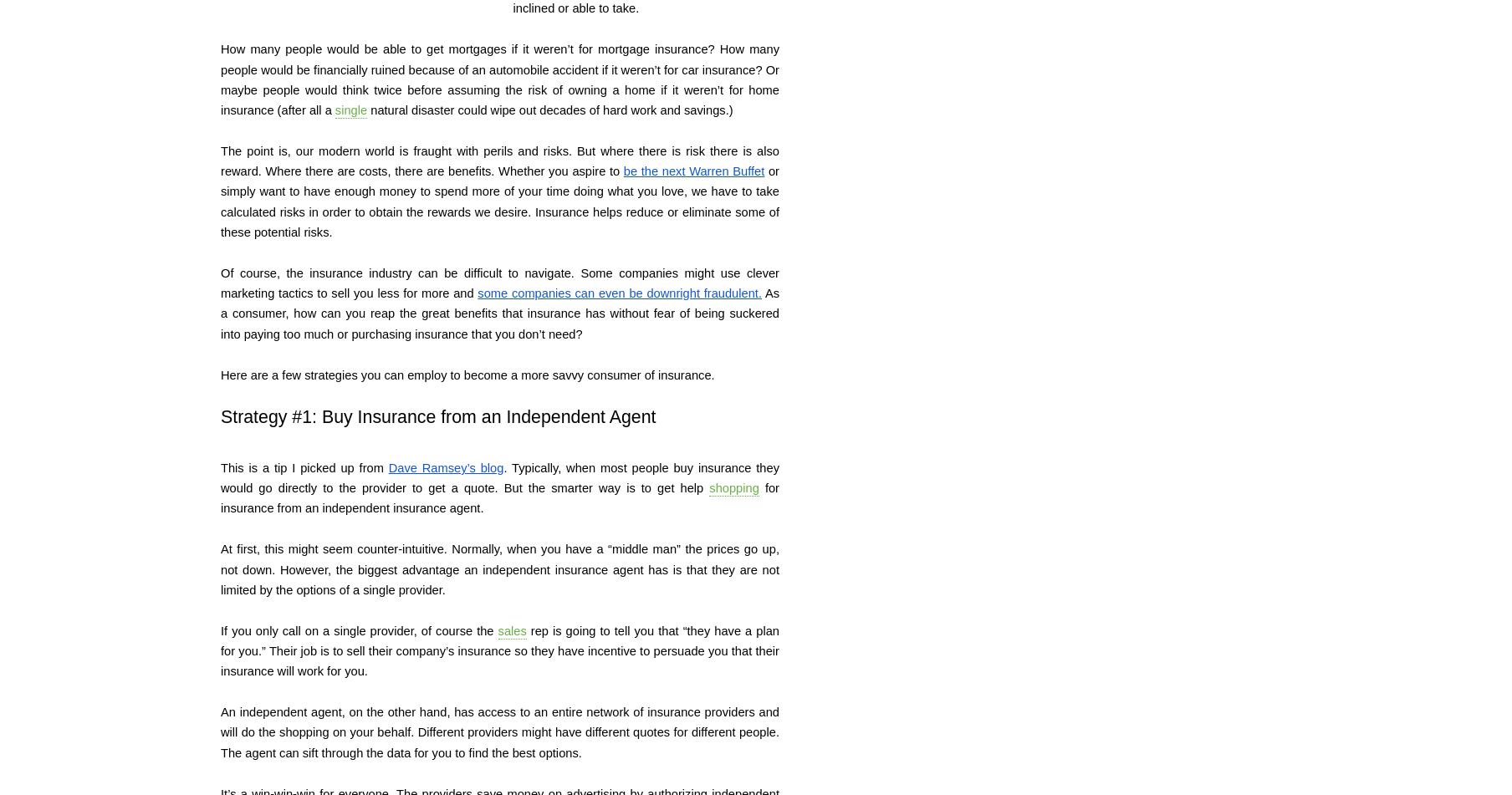 The image size is (1512, 795). What do you see at coordinates (219, 629) in the screenshot?
I see `'If you only call on a'` at bounding box center [219, 629].